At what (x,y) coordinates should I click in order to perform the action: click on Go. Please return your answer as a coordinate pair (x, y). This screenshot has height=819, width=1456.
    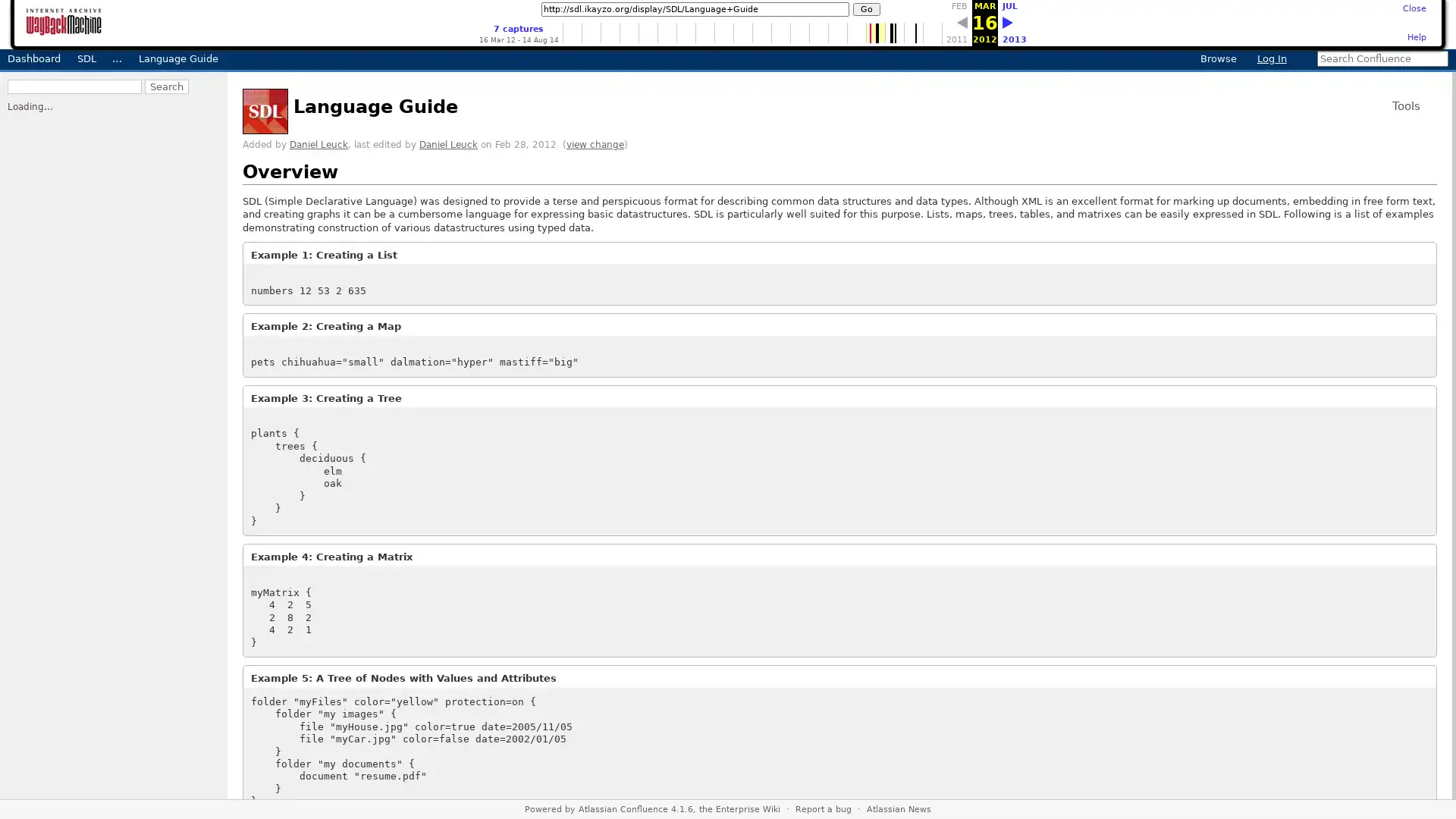
    Looking at the image, I should click on (866, 9).